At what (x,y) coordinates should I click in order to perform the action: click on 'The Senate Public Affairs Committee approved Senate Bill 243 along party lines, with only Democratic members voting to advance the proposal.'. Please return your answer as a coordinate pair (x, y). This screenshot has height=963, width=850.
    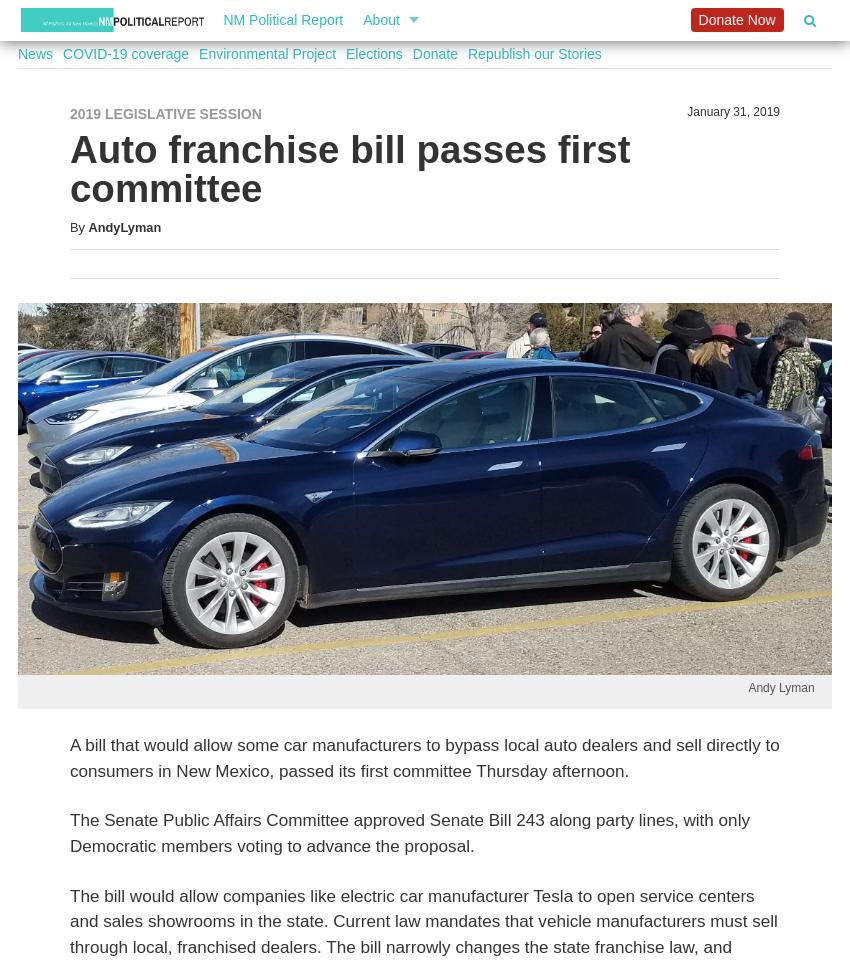
    Looking at the image, I should click on (69, 833).